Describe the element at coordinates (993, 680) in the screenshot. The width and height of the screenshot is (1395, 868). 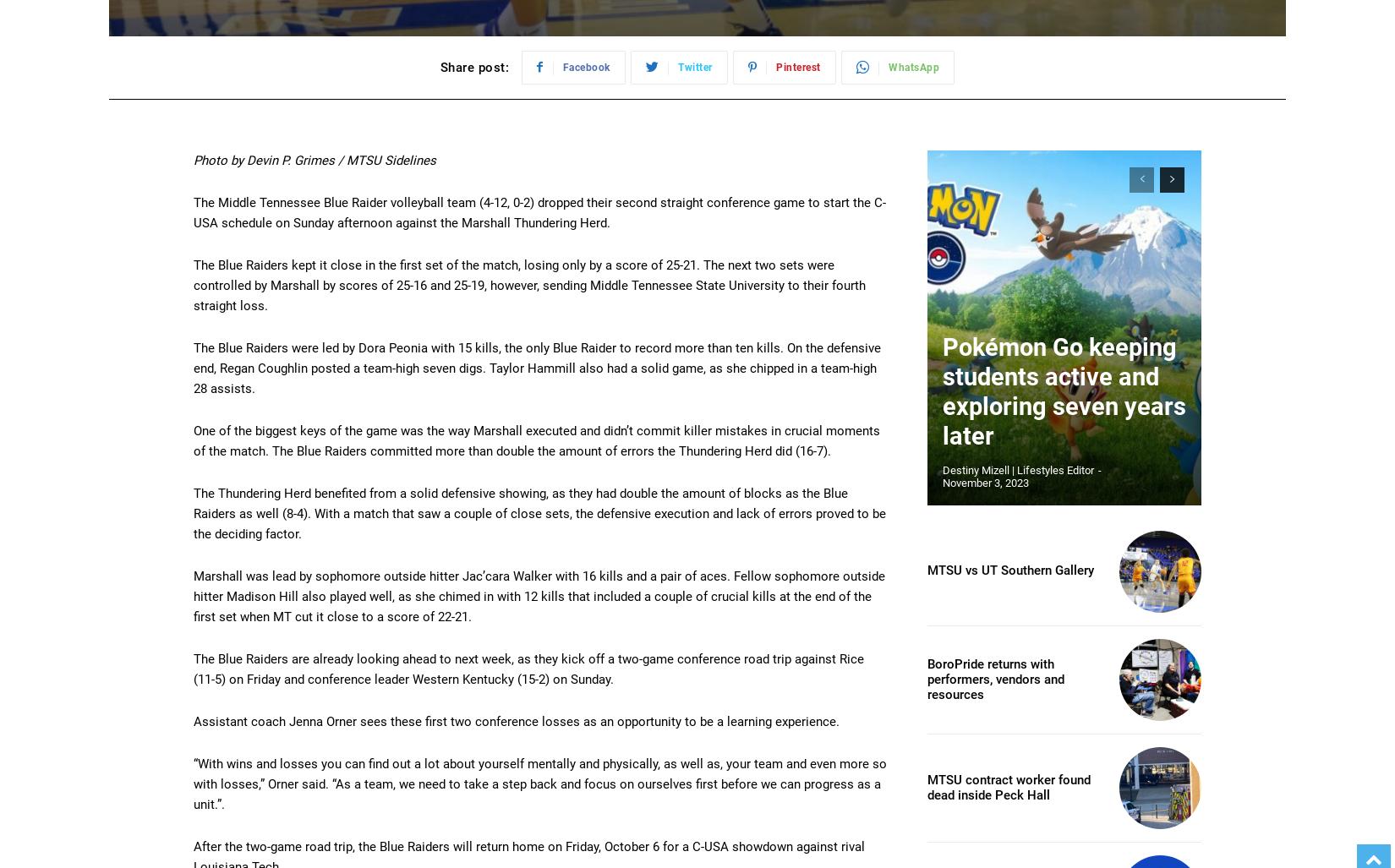
I see `'BoroPride returns with performers, vendors and resources'` at that location.